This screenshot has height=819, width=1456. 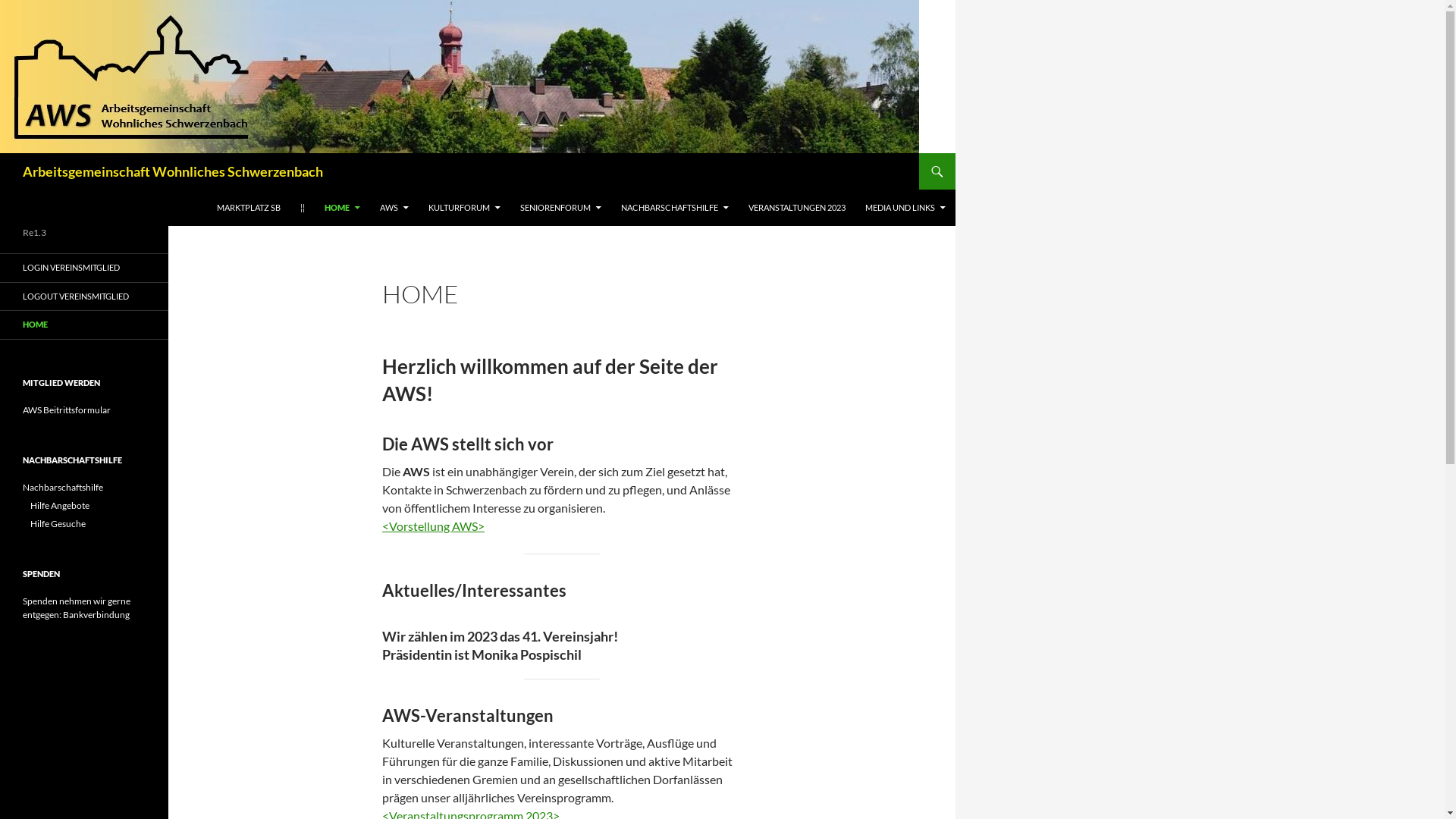 What do you see at coordinates (59, 504) in the screenshot?
I see `'Hilfe Angebote'` at bounding box center [59, 504].